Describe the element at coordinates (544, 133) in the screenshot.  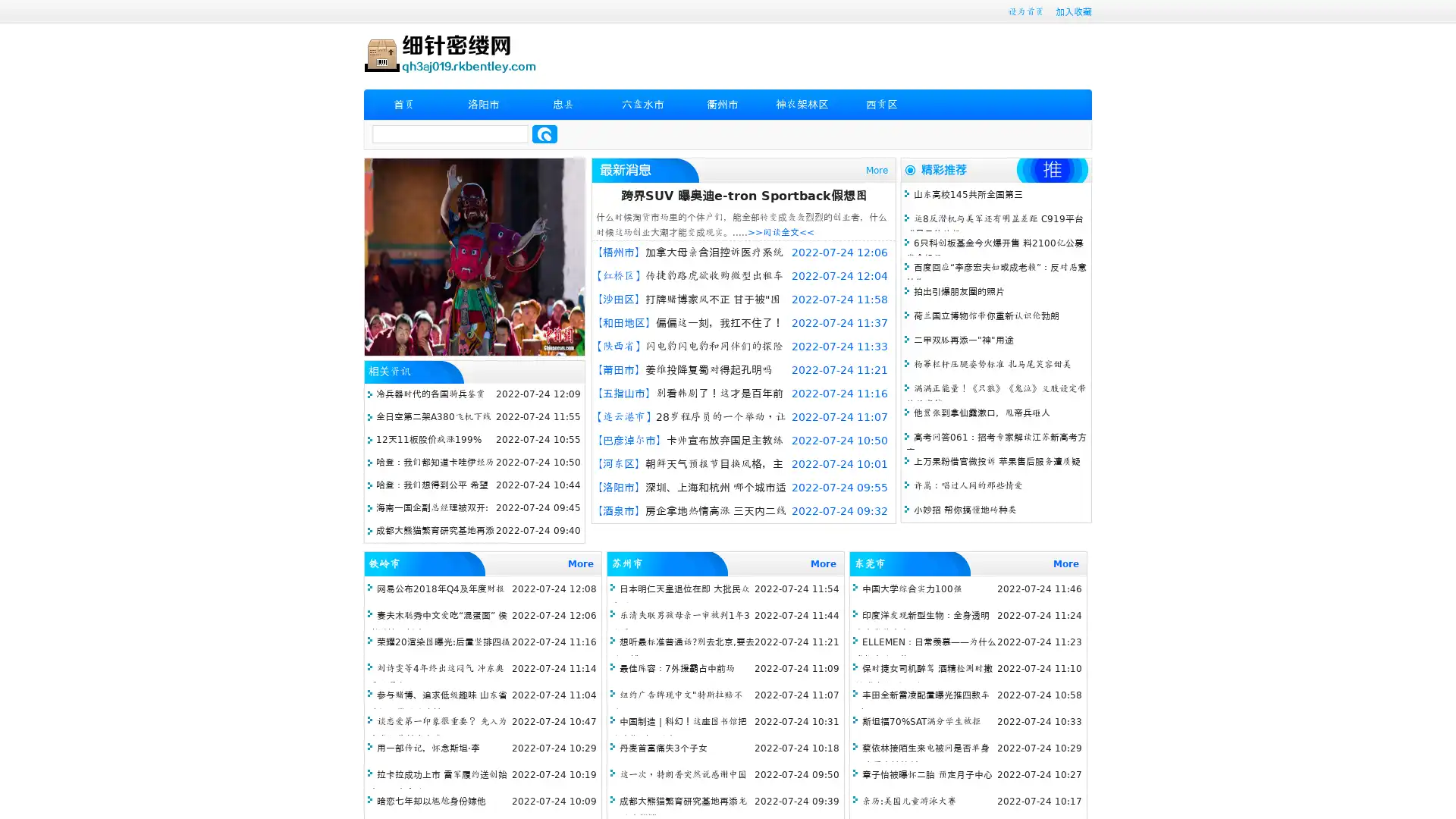
I see `Search` at that location.